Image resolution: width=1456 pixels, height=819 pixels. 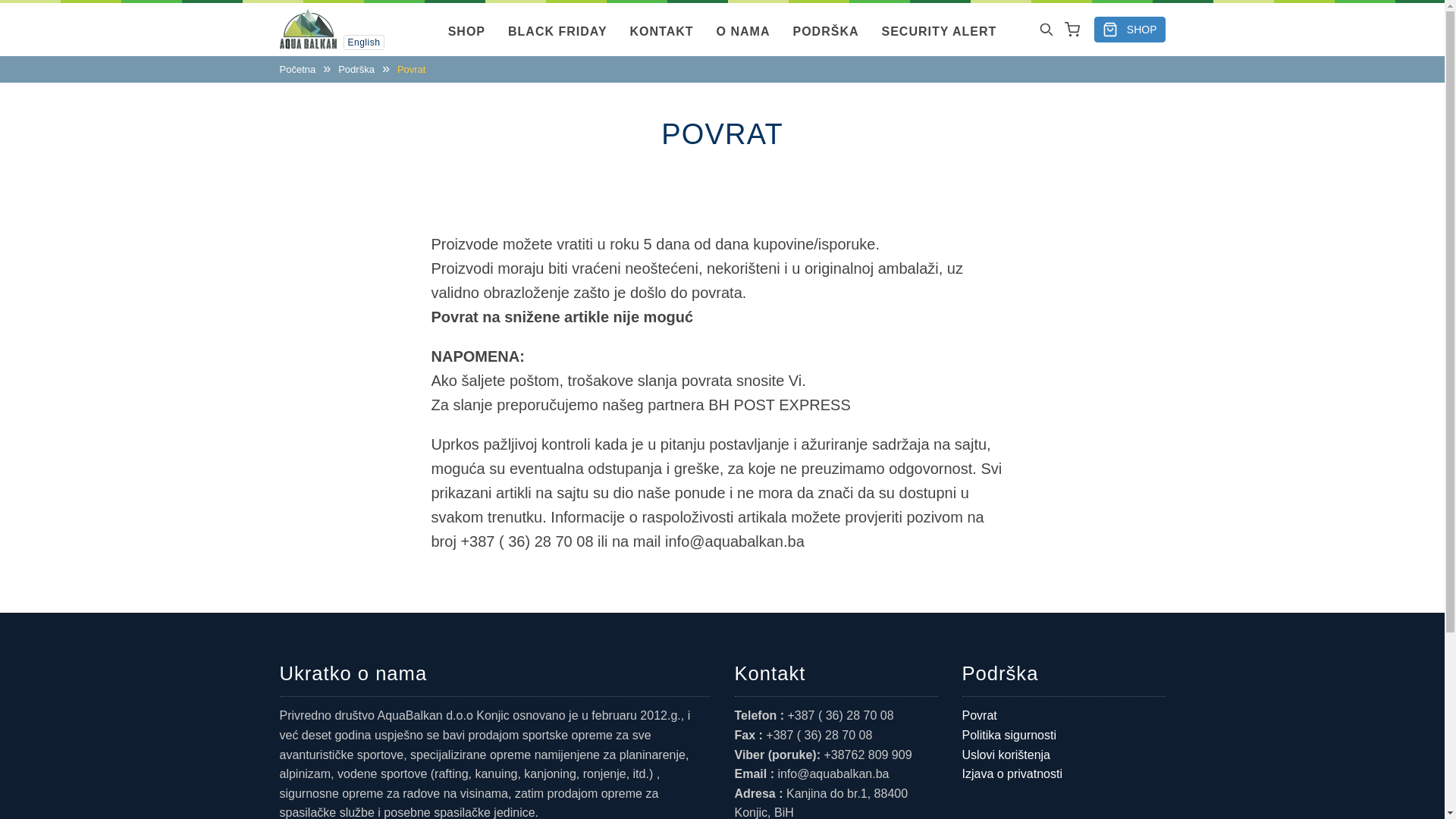 What do you see at coordinates (938, 32) in the screenshot?
I see `'SECURITY ALERT'` at bounding box center [938, 32].